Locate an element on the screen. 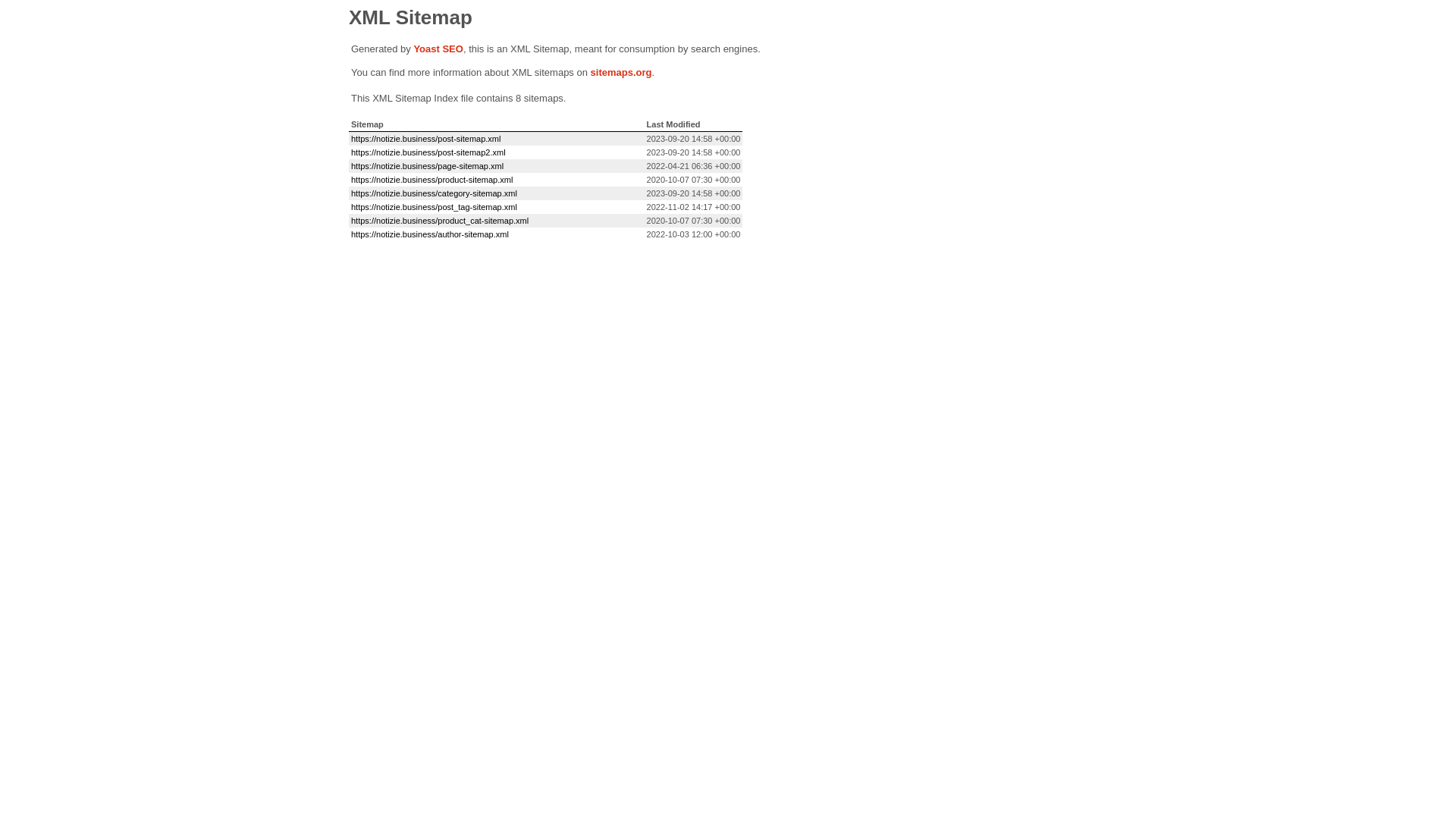 This screenshot has width=1456, height=819. 'sitemaps.org' is located at coordinates (589, 72).